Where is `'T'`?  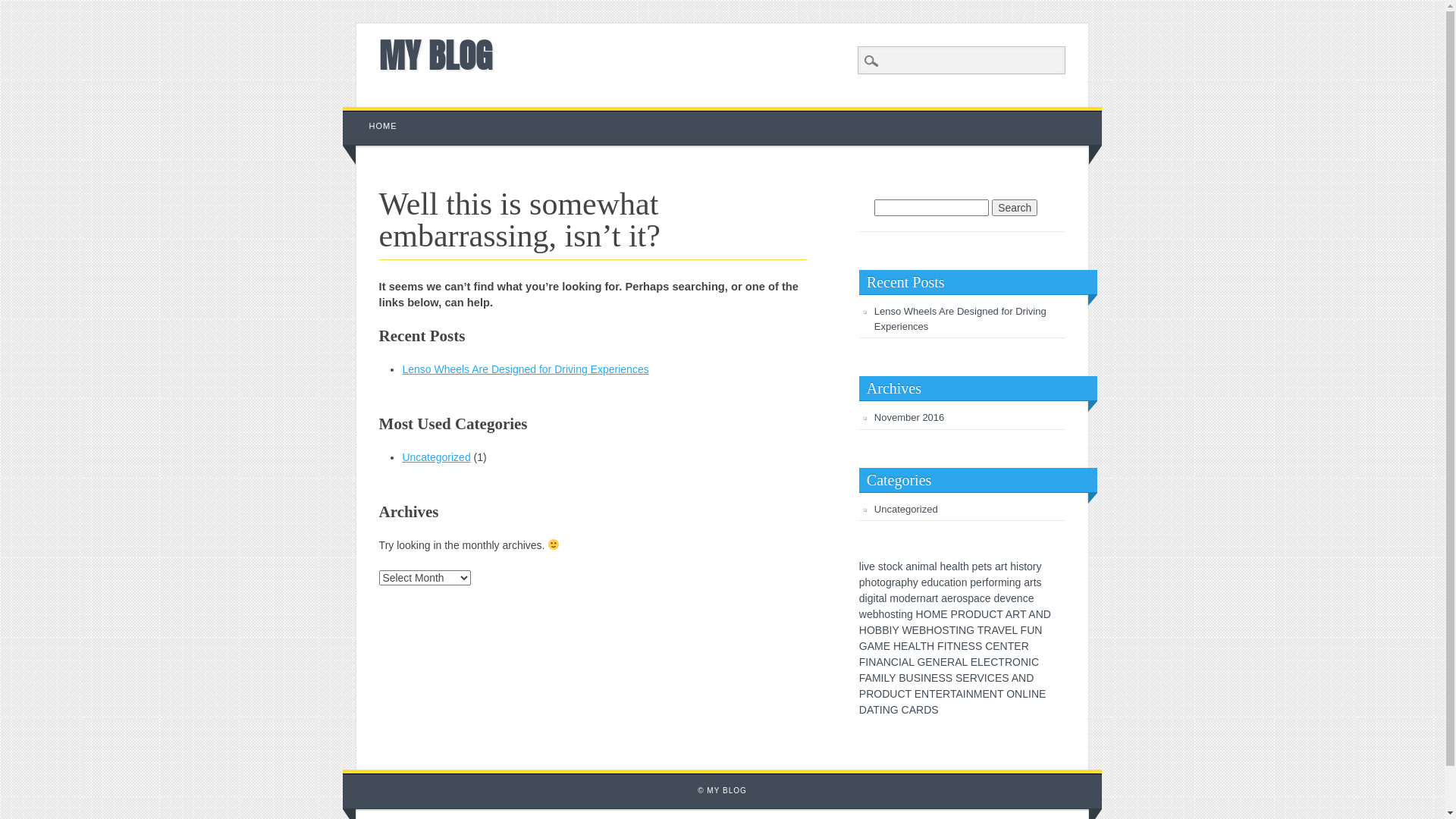
'T' is located at coordinates (1001, 661).